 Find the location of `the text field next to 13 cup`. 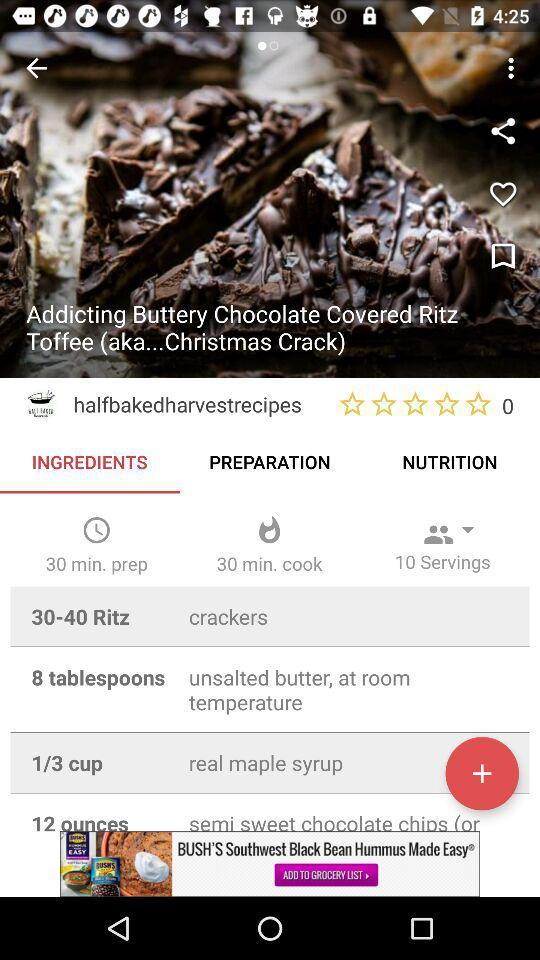

the text field next to 13 cup is located at coordinates (348, 762).